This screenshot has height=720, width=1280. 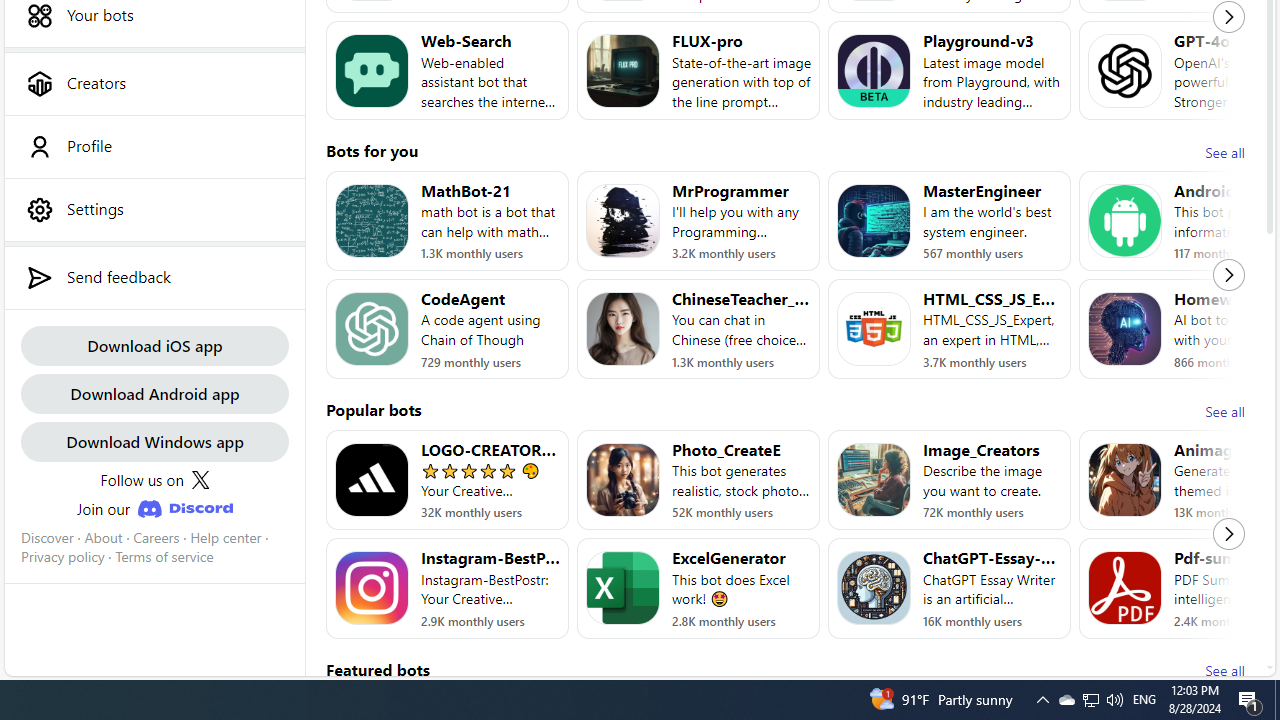 I want to click on 'Bot image for Homeworkbot679', so click(x=1125, y=328).